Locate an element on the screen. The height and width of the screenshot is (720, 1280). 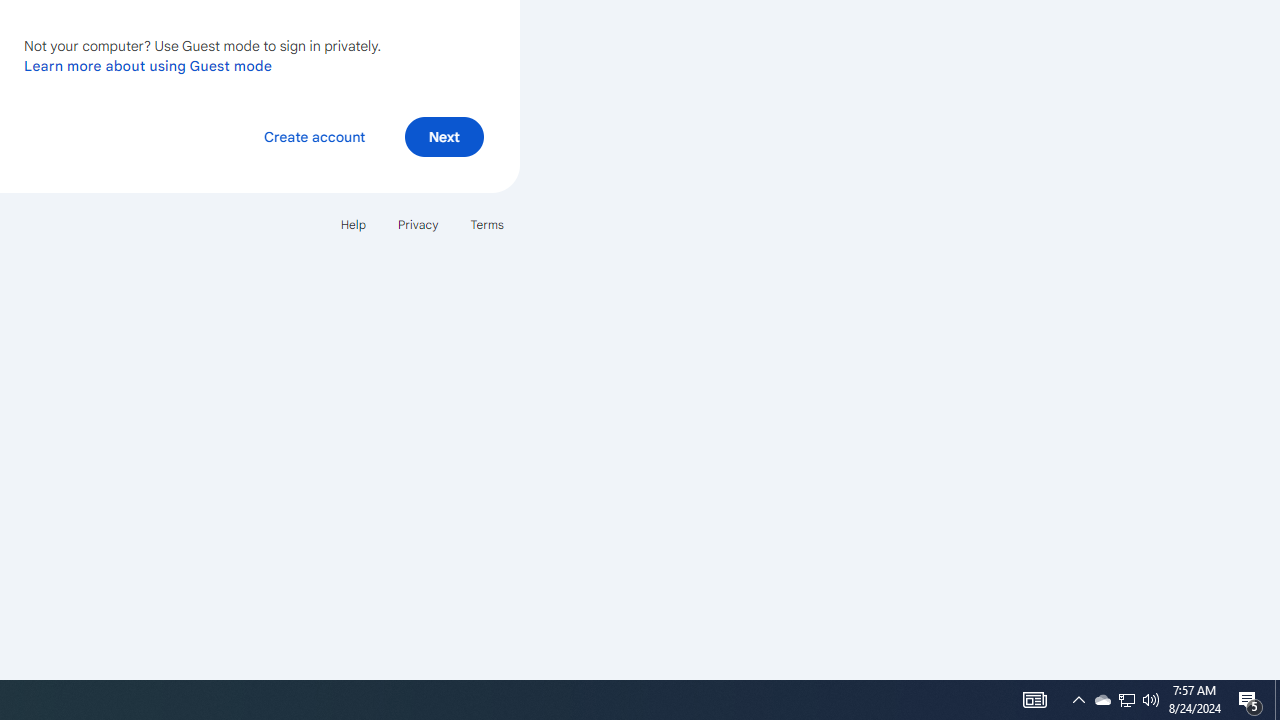
'Create account' is located at coordinates (313, 135).